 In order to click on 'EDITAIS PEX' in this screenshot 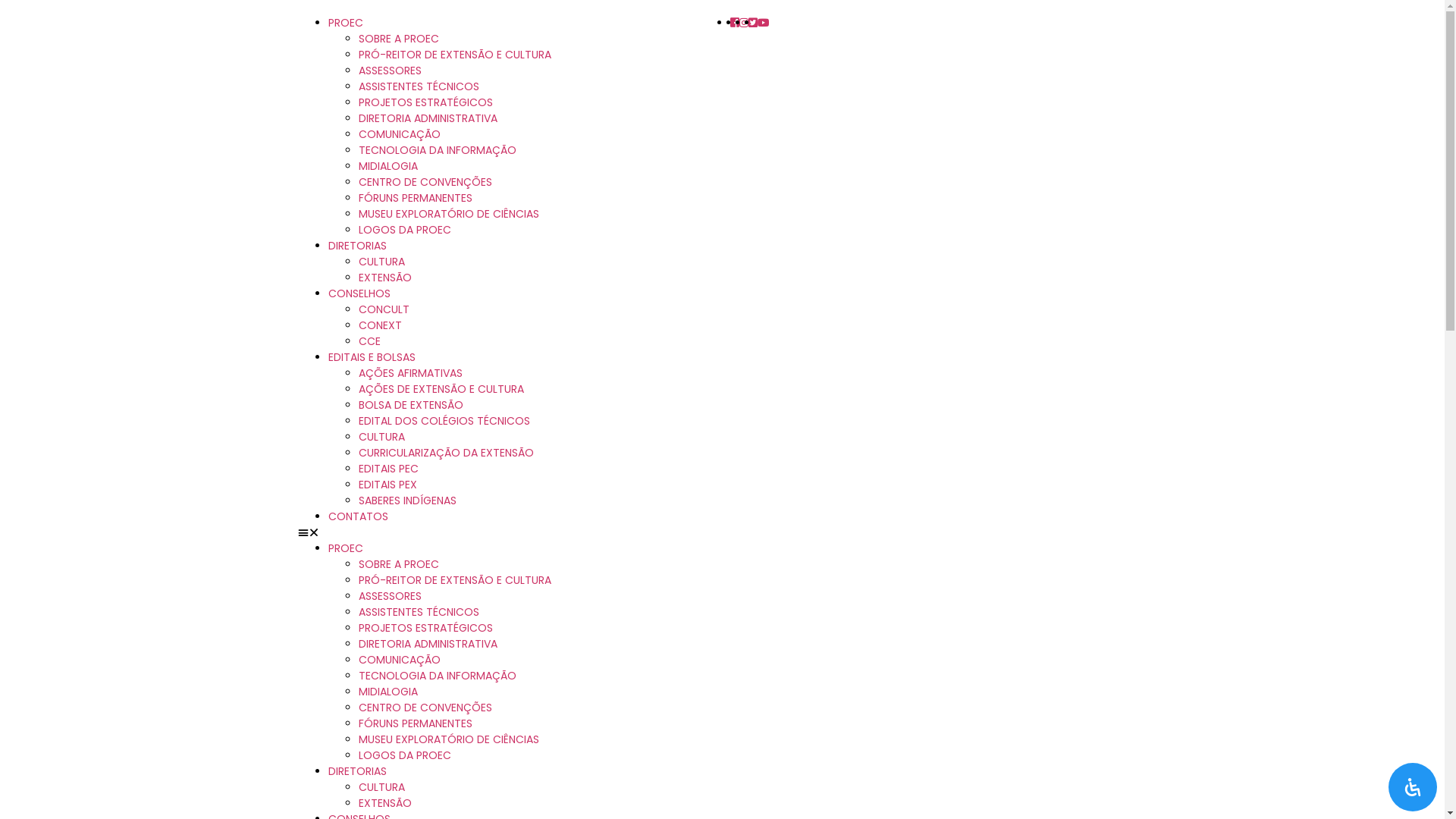, I will do `click(387, 485)`.